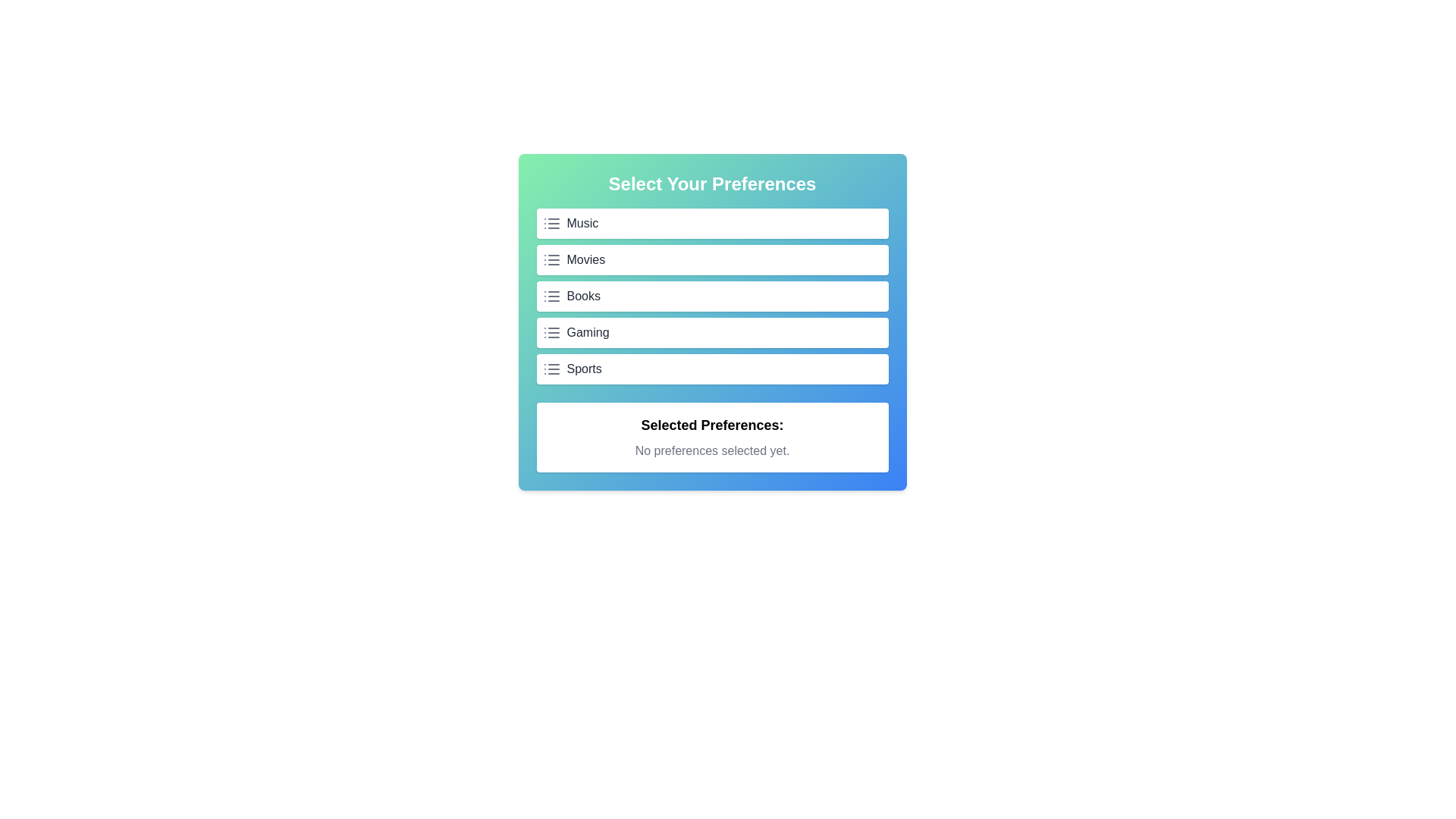  I want to click on text displayed in the 'Books' label, which is styled in gray and located next to a list icon in the third row of preference options, so click(582, 296).